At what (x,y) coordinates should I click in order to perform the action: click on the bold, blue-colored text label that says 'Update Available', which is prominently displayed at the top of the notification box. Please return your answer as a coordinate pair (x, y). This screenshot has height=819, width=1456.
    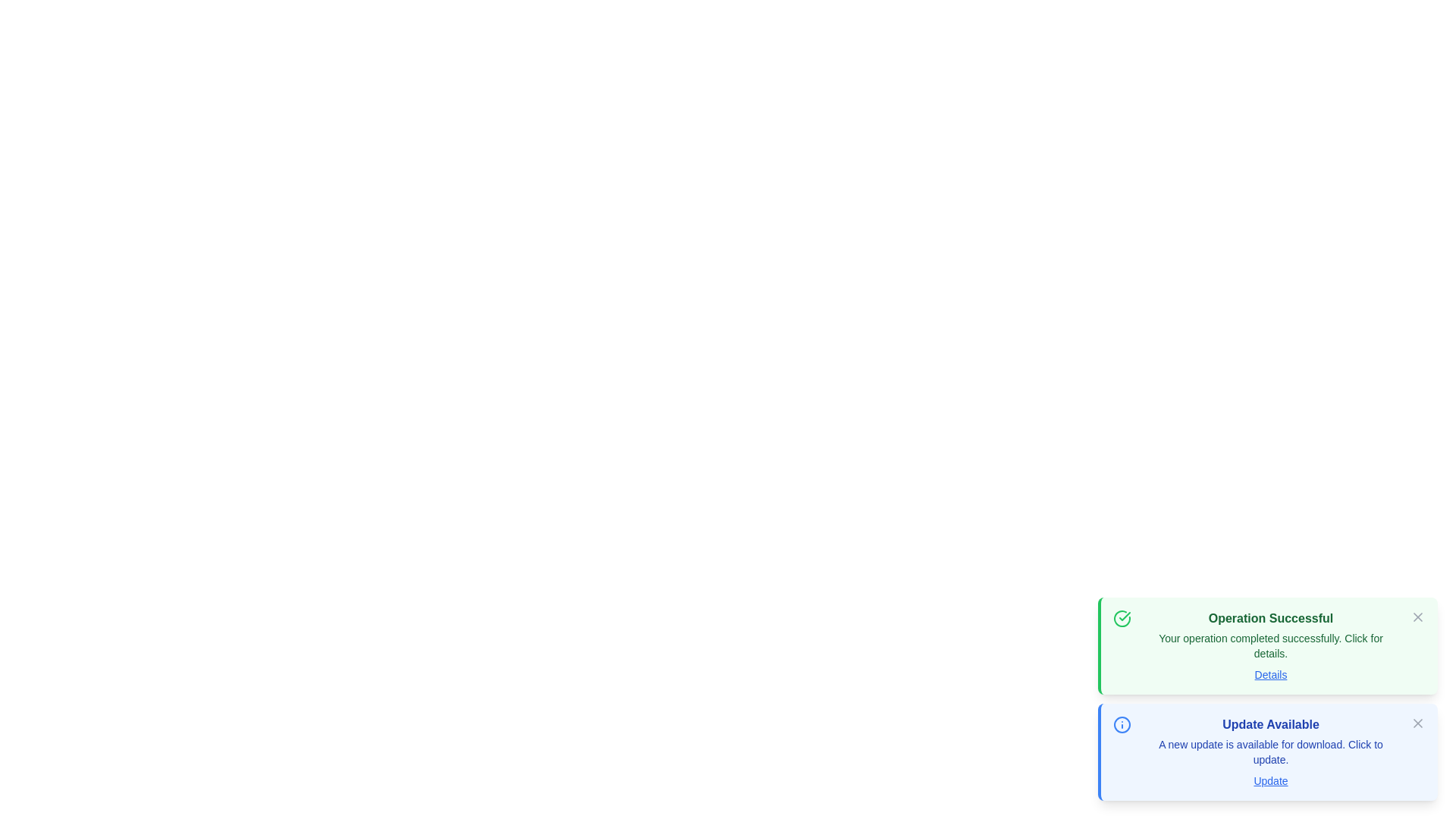
    Looking at the image, I should click on (1270, 724).